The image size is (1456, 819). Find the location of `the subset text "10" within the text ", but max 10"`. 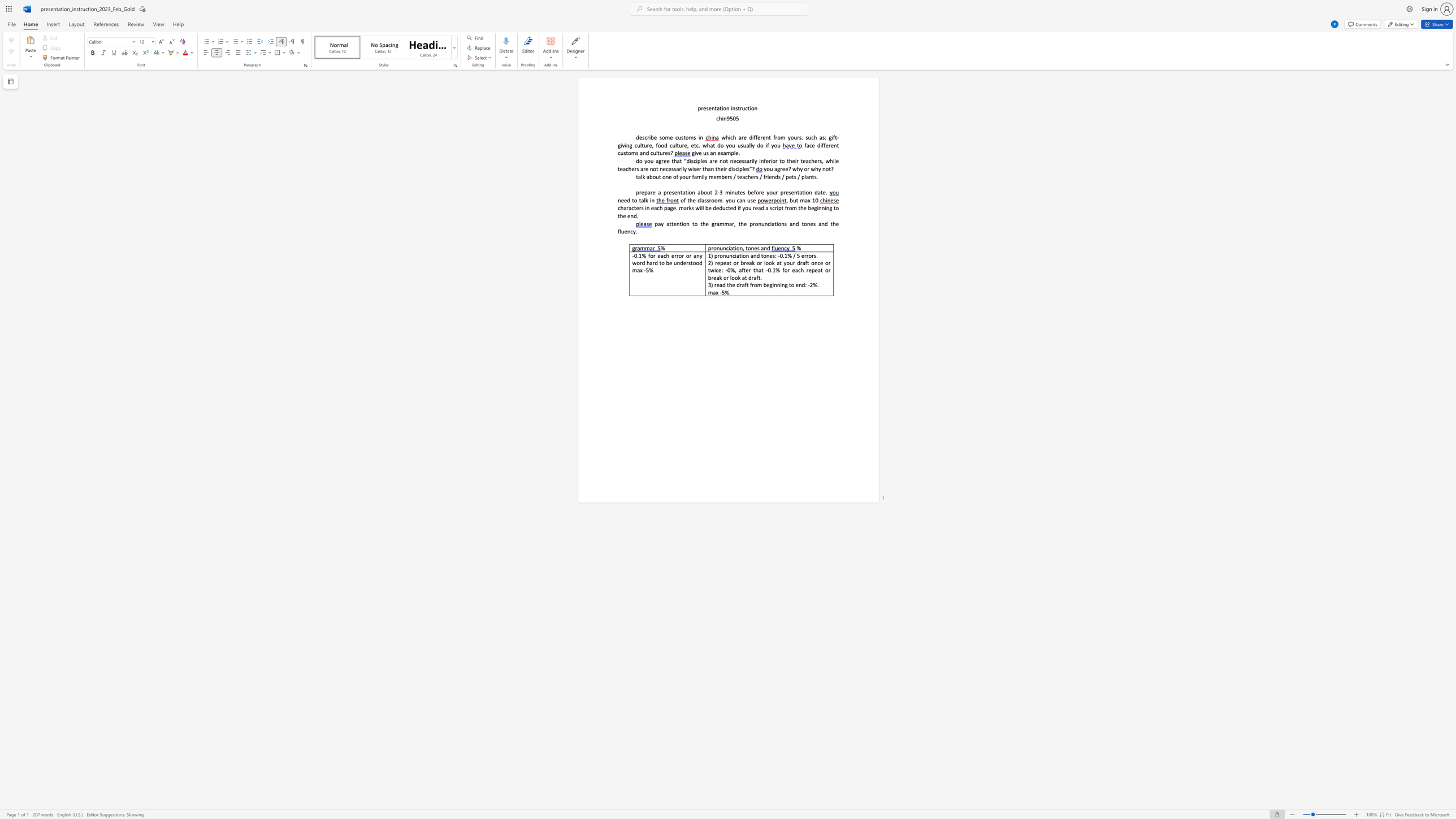

the subset text "10" within the text ", but max 10" is located at coordinates (812, 200).